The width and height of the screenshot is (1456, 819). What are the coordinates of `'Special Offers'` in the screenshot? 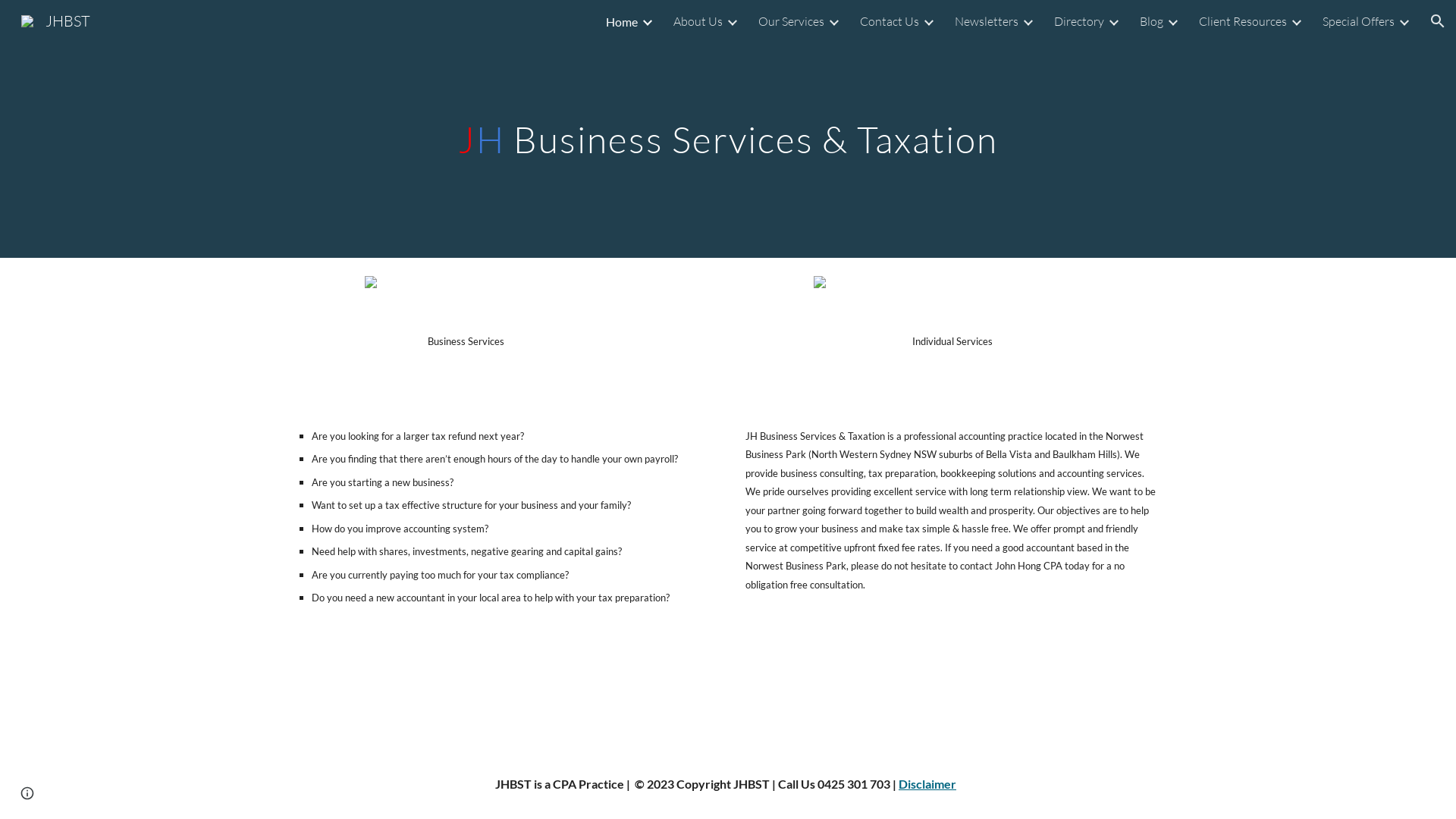 It's located at (1358, 20).